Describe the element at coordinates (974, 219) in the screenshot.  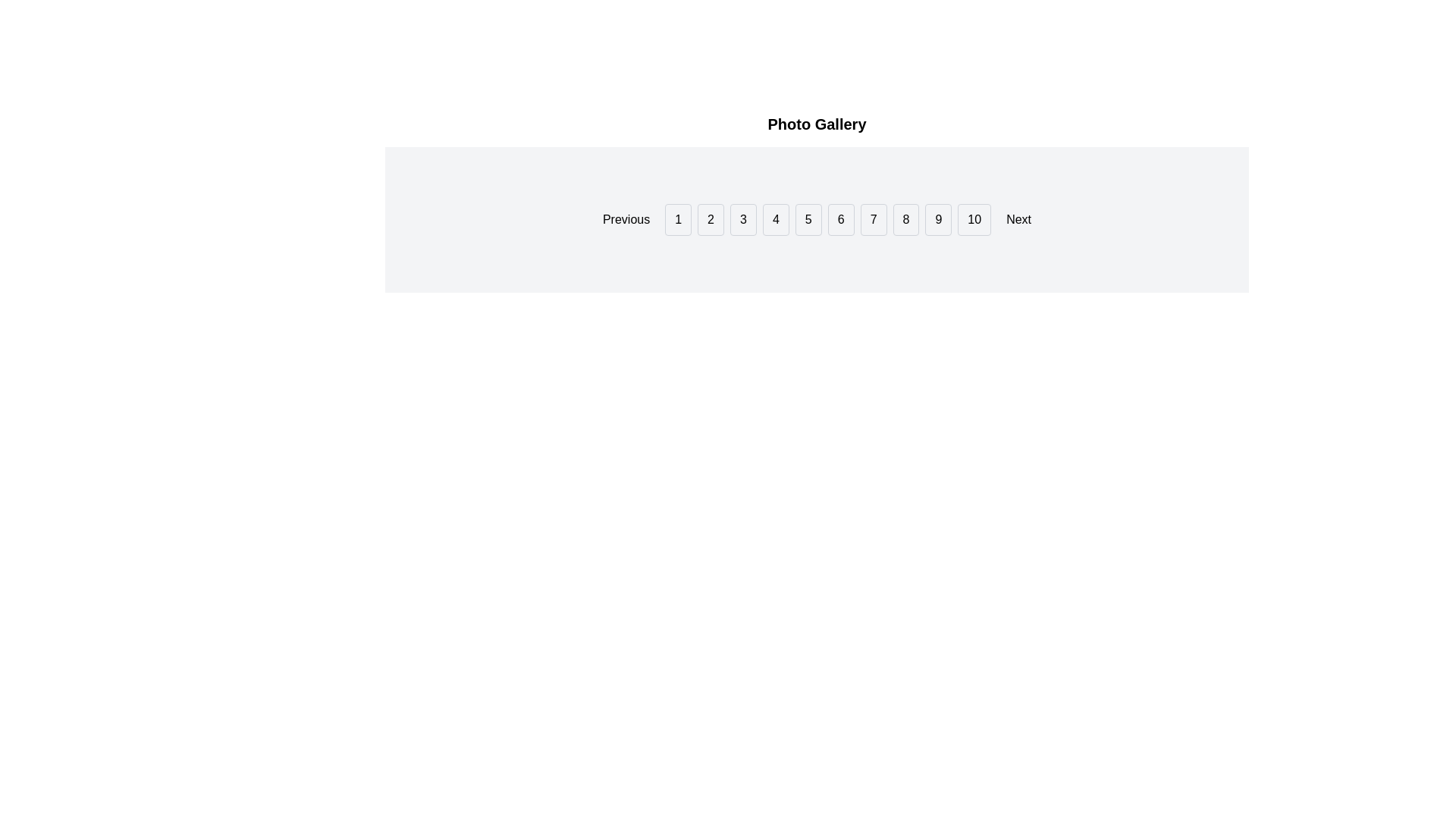
I see `the pagination control button labeled '10', which is the last button in a sequence of numbered buttons for navigating to the 10th page` at that location.